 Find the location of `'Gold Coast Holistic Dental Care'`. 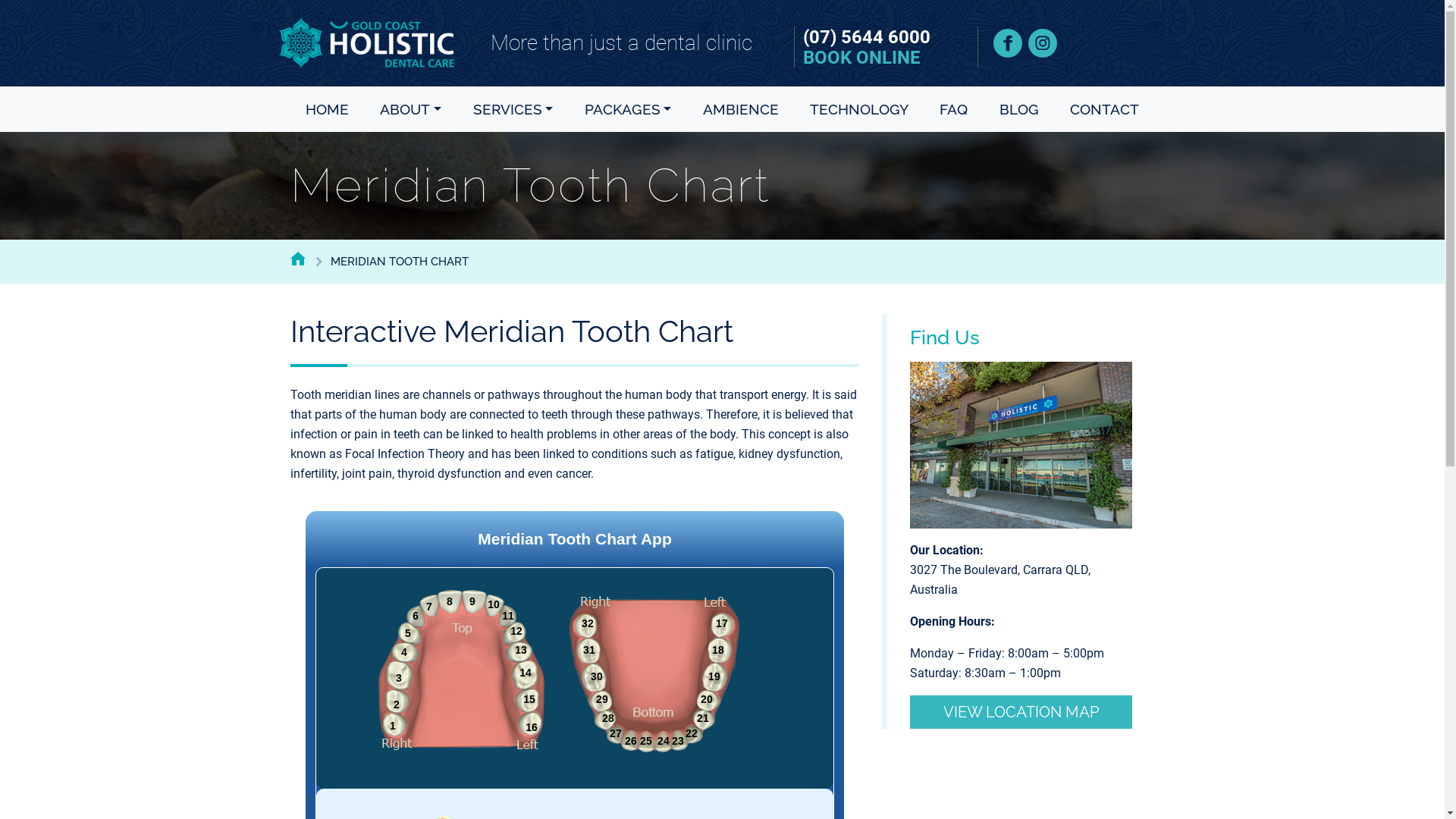

'Gold Coast Holistic Dental Care' is located at coordinates (366, 42).